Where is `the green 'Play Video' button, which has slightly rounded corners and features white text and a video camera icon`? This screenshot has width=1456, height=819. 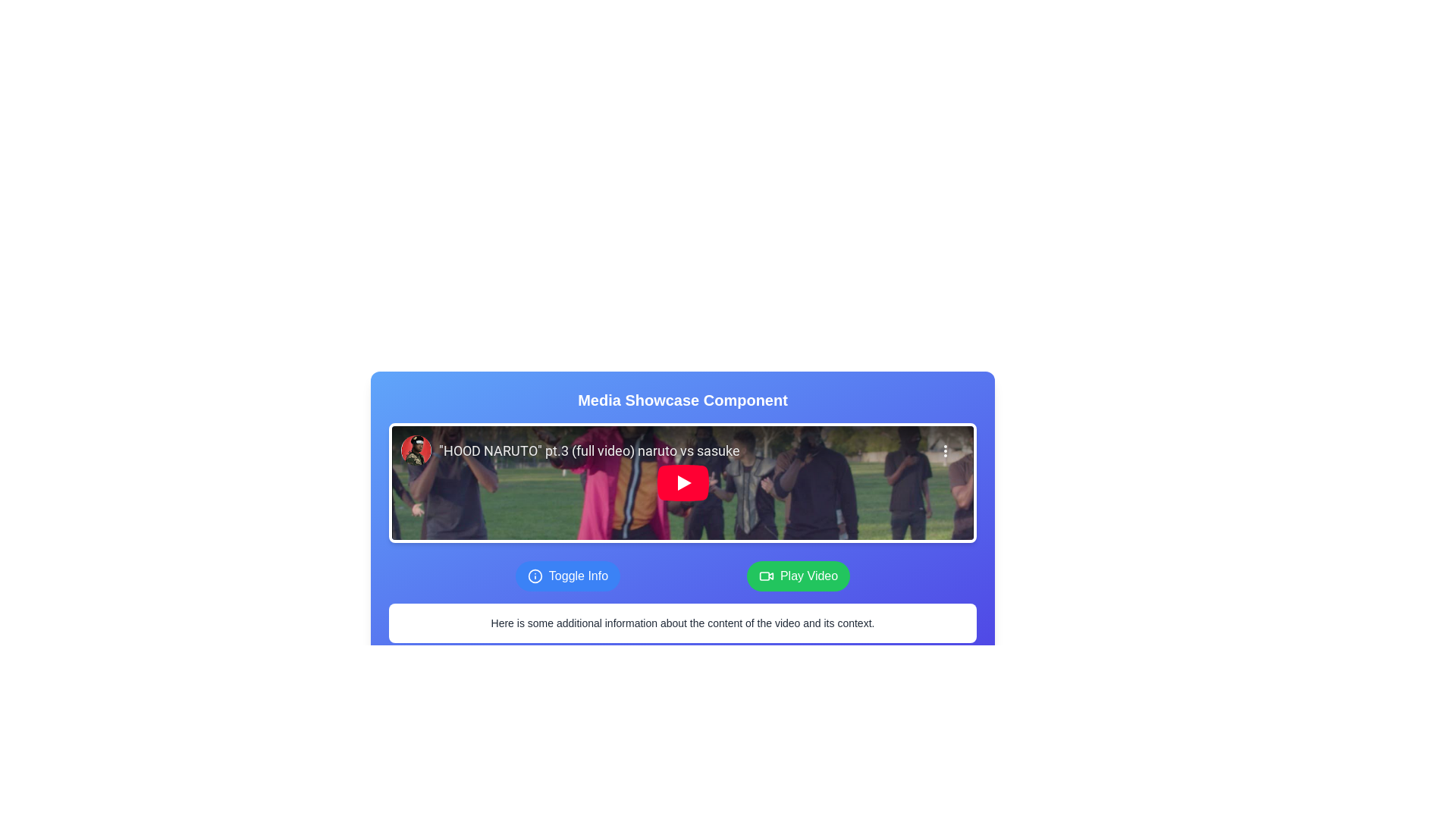 the green 'Play Video' button, which has slightly rounded corners and features white text and a video camera icon is located at coordinates (798, 576).